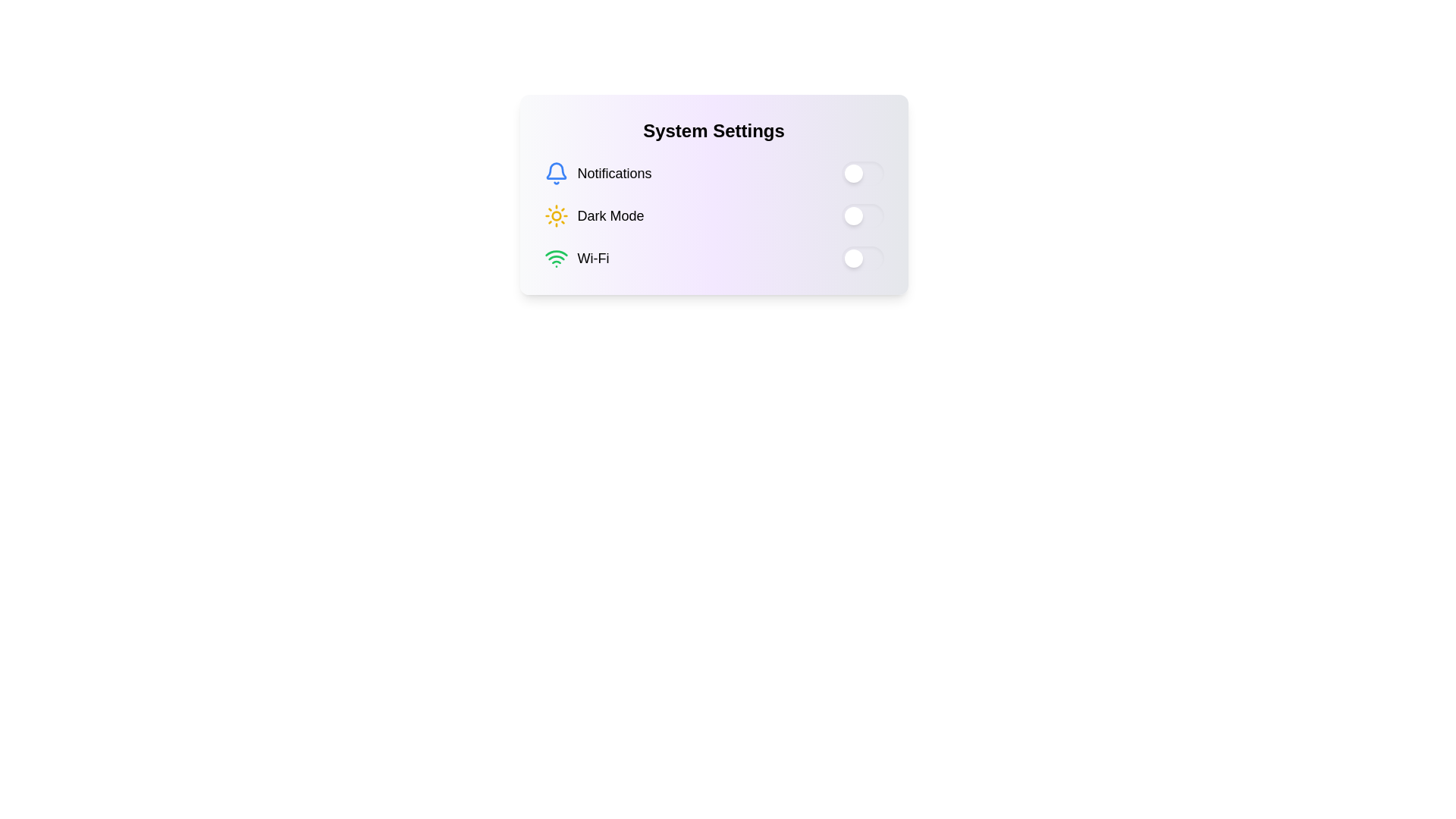 This screenshot has width=1456, height=819. What do you see at coordinates (713, 216) in the screenshot?
I see `the toggle switch labeled 'Dark Mode' in the settings menu` at bounding box center [713, 216].